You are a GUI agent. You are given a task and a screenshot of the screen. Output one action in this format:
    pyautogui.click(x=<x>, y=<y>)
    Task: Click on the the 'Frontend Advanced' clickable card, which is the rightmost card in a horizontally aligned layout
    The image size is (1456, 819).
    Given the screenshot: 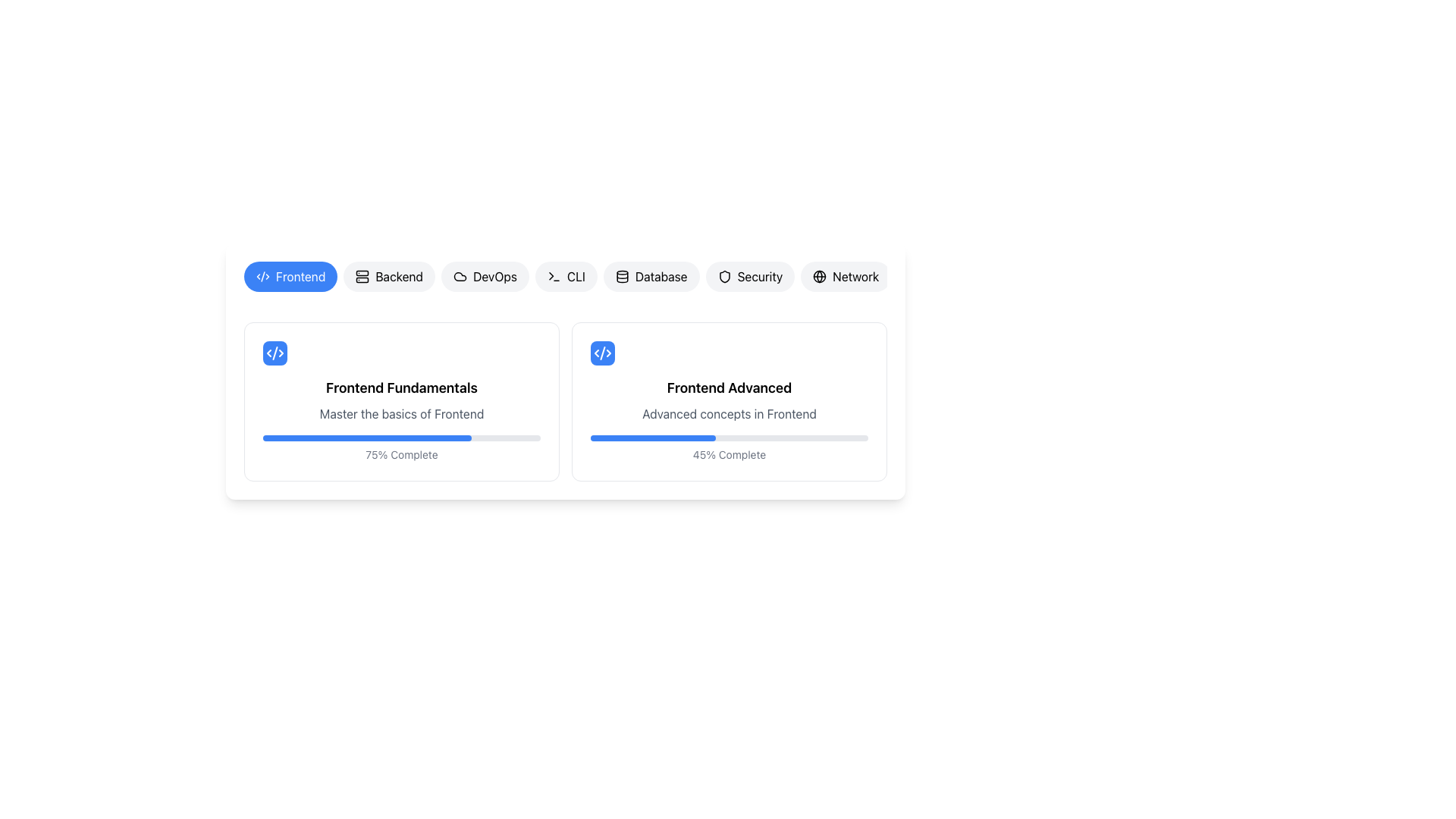 What is the action you would take?
    pyautogui.click(x=729, y=400)
    